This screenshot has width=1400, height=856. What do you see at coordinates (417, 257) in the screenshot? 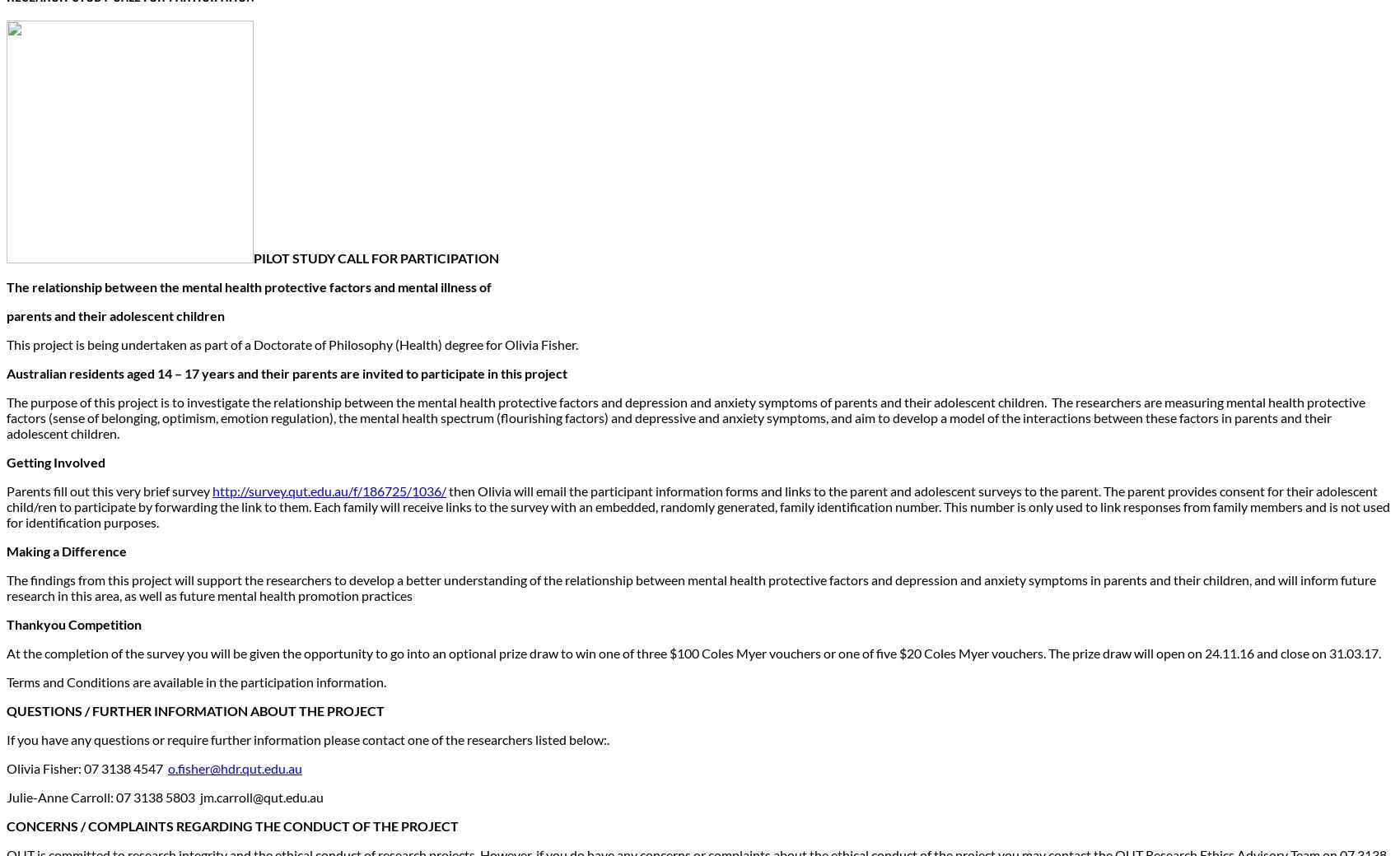
I see `'CALL FOR PARTICIPATION'` at bounding box center [417, 257].